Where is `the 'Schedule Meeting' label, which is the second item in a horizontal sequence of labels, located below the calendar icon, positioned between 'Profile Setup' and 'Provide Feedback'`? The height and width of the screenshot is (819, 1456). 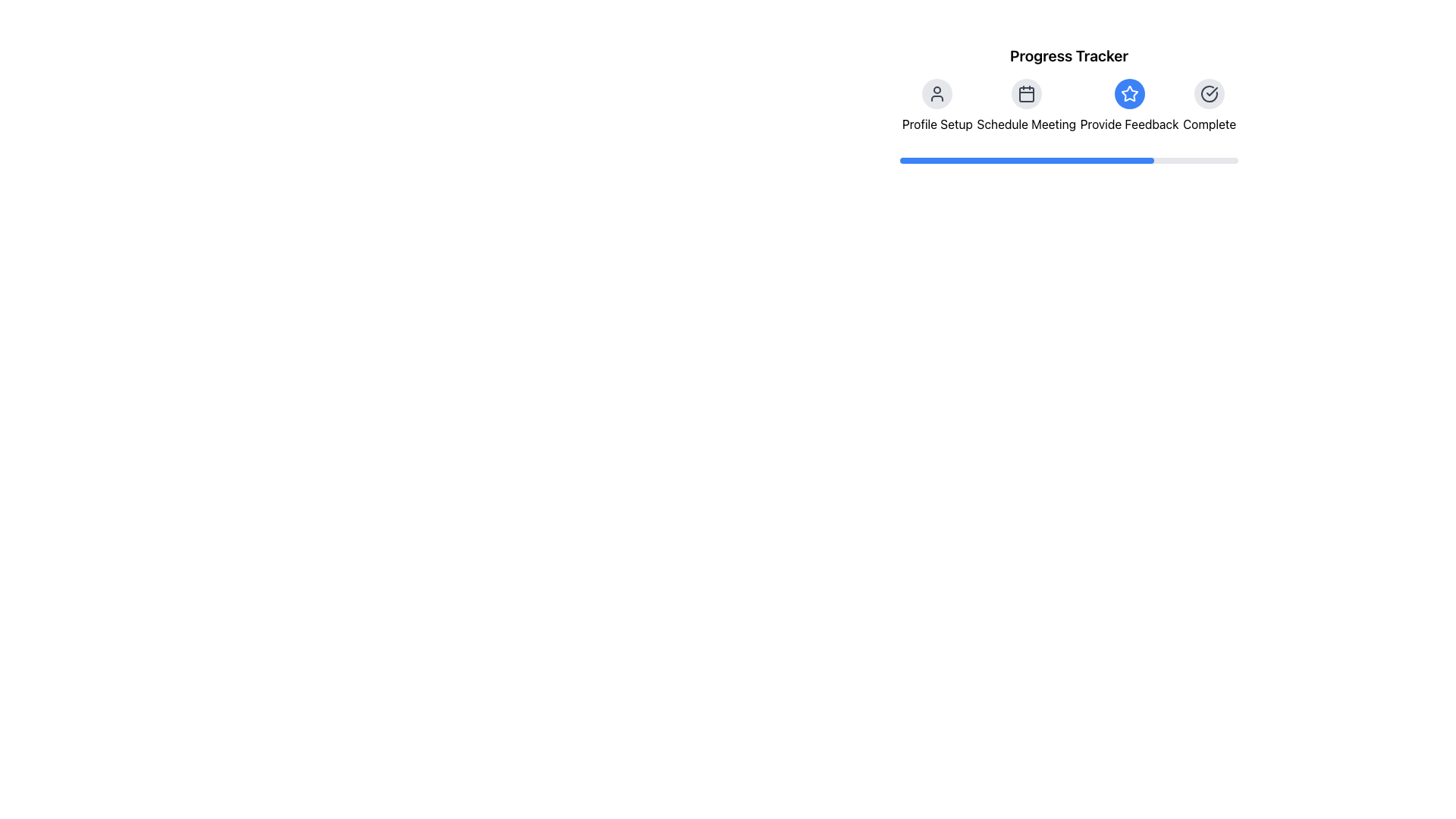
the 'Schedule Meeting' label, which is the second item in a horizontal sequence of labels, located below the calendar icon, positioned between 'Profile Setup' and 'Provide Feedback' is located at coordinates (1026, 124).